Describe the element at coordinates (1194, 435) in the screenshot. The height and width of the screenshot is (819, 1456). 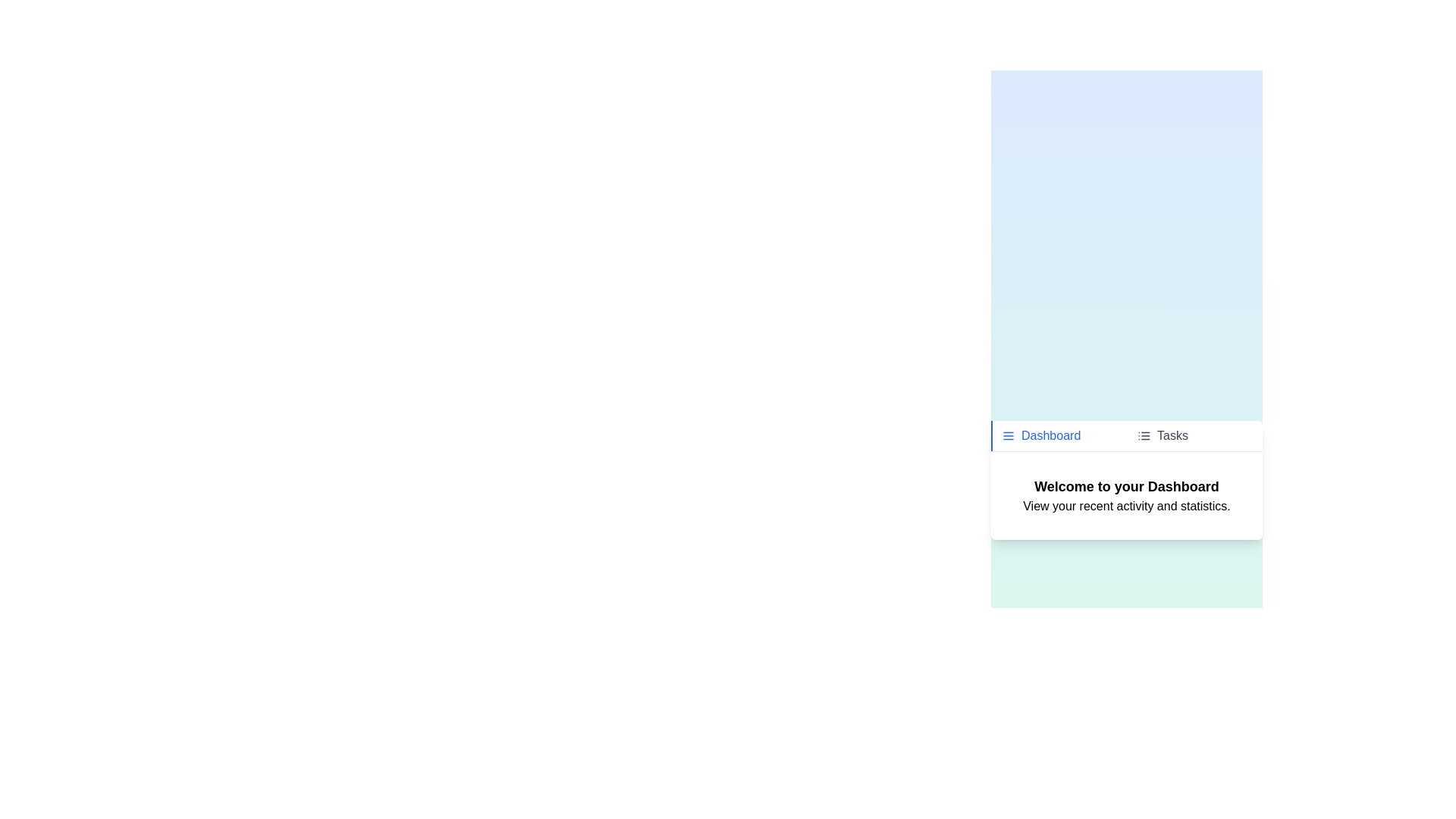
I see `the tab labeled Tasks` at that location.